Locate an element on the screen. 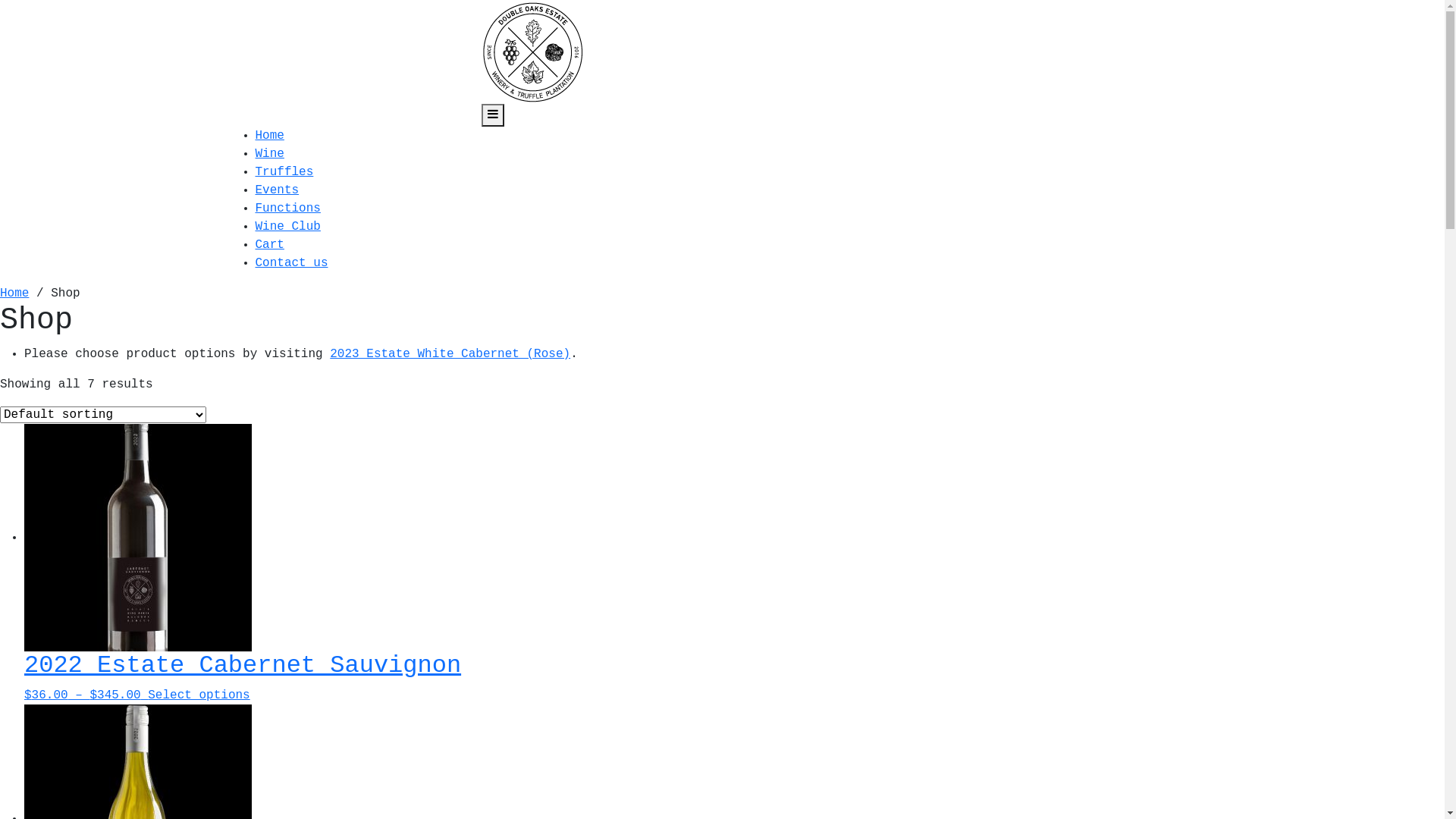 Image resolution: width=1456 pixels, height=819 pixels. 'Events' is located at coordinates (276, 189).